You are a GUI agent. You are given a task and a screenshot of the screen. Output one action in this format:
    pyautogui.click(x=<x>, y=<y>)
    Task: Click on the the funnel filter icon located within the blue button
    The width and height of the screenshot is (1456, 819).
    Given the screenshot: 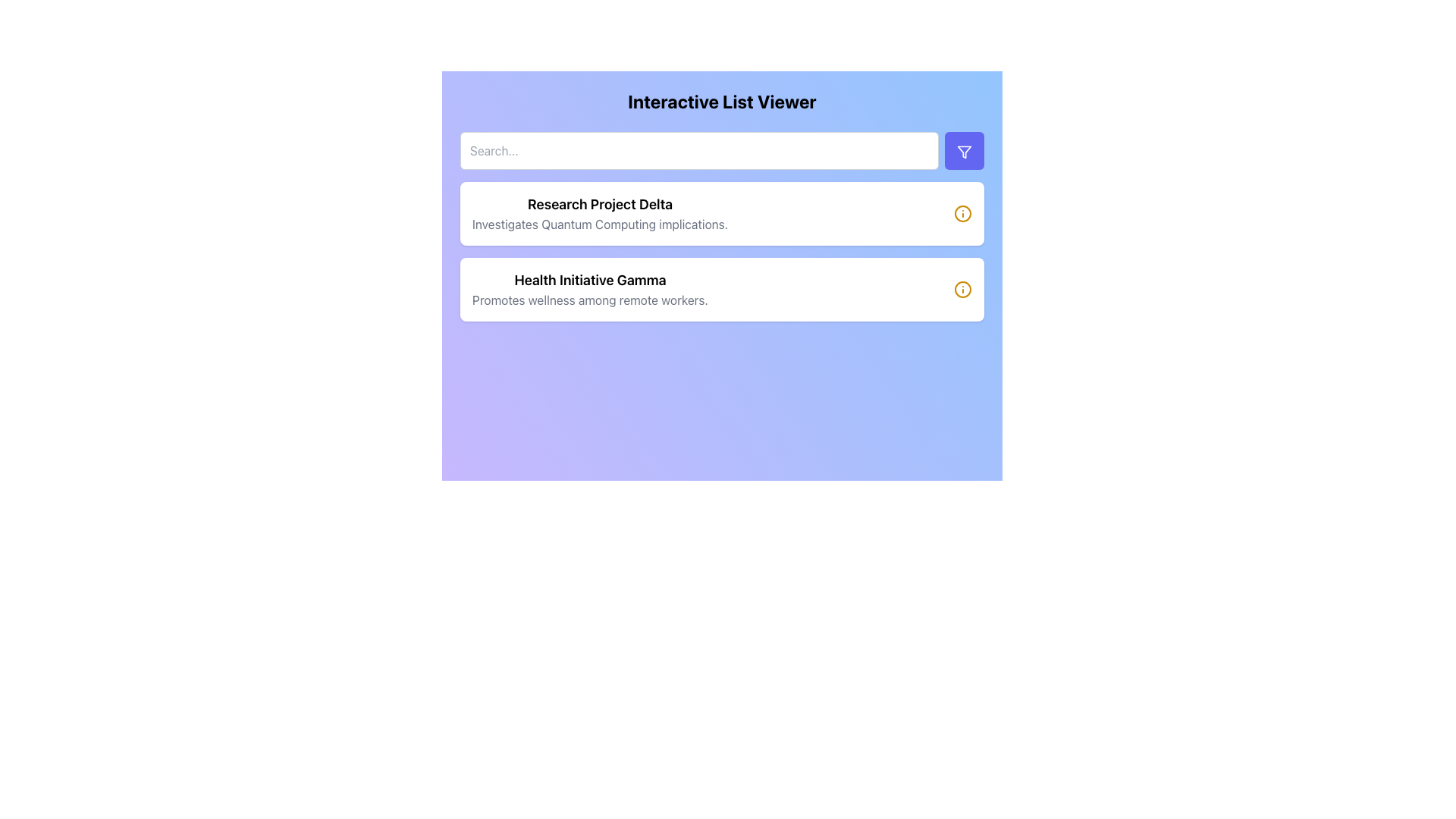 What is the action you would take?
    pyautogui.click(x=964, y=152)
    